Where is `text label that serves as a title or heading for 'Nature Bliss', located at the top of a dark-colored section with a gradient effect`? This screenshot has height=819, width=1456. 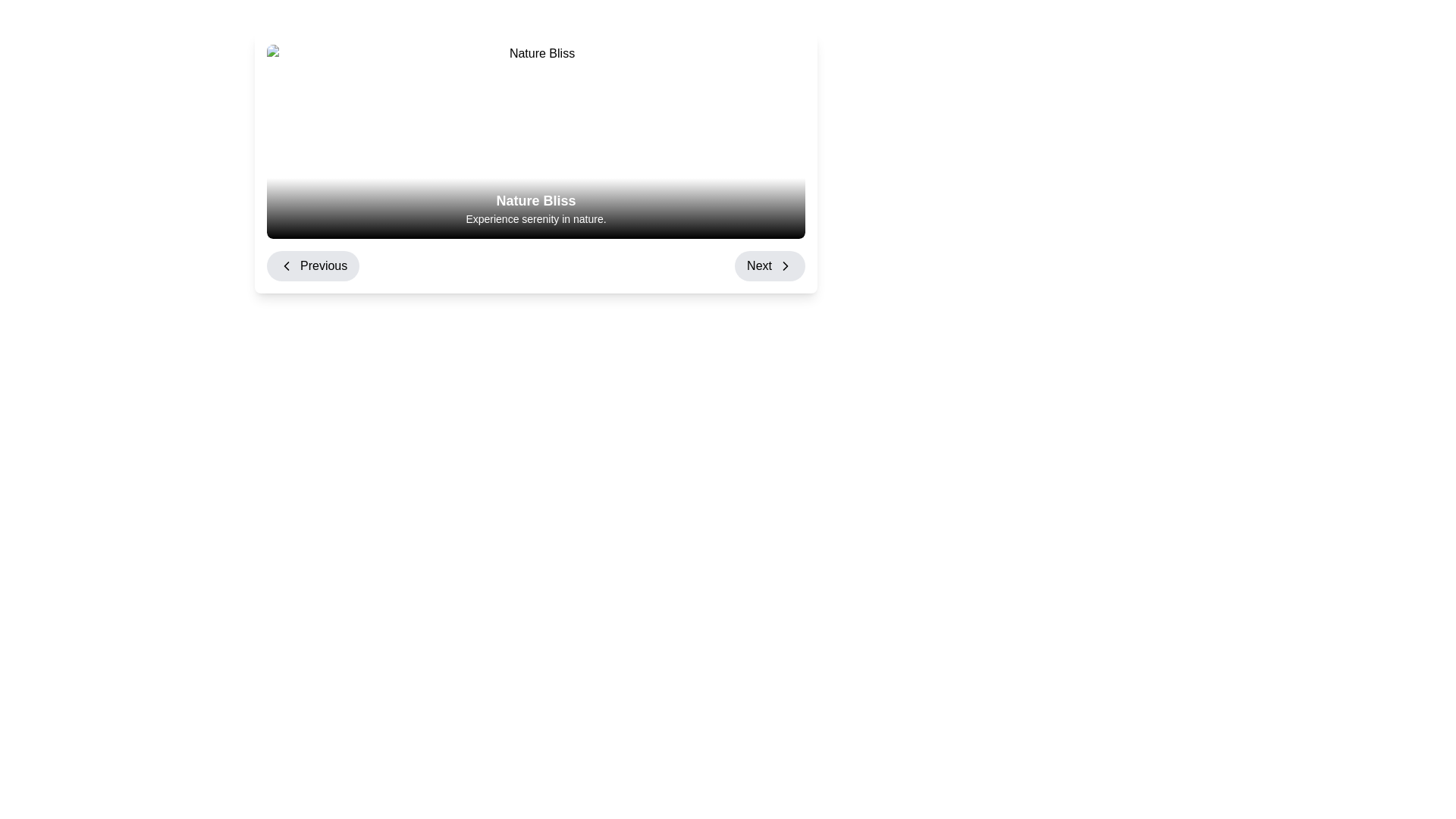
text label that serves as a title or heading for 'Nature Bliss', located at the top of a dark-colored section with a gradient effect is located at coordinates (535, 200).